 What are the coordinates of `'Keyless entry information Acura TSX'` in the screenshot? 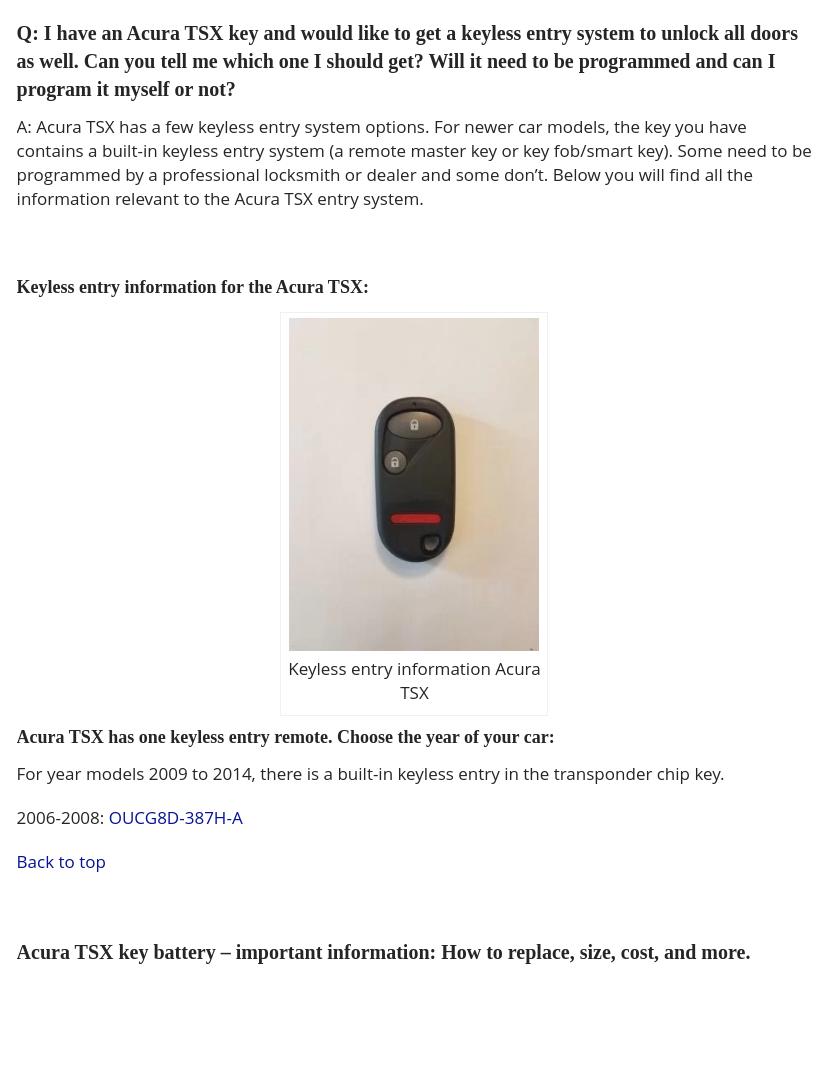 It's located at (286, 679).